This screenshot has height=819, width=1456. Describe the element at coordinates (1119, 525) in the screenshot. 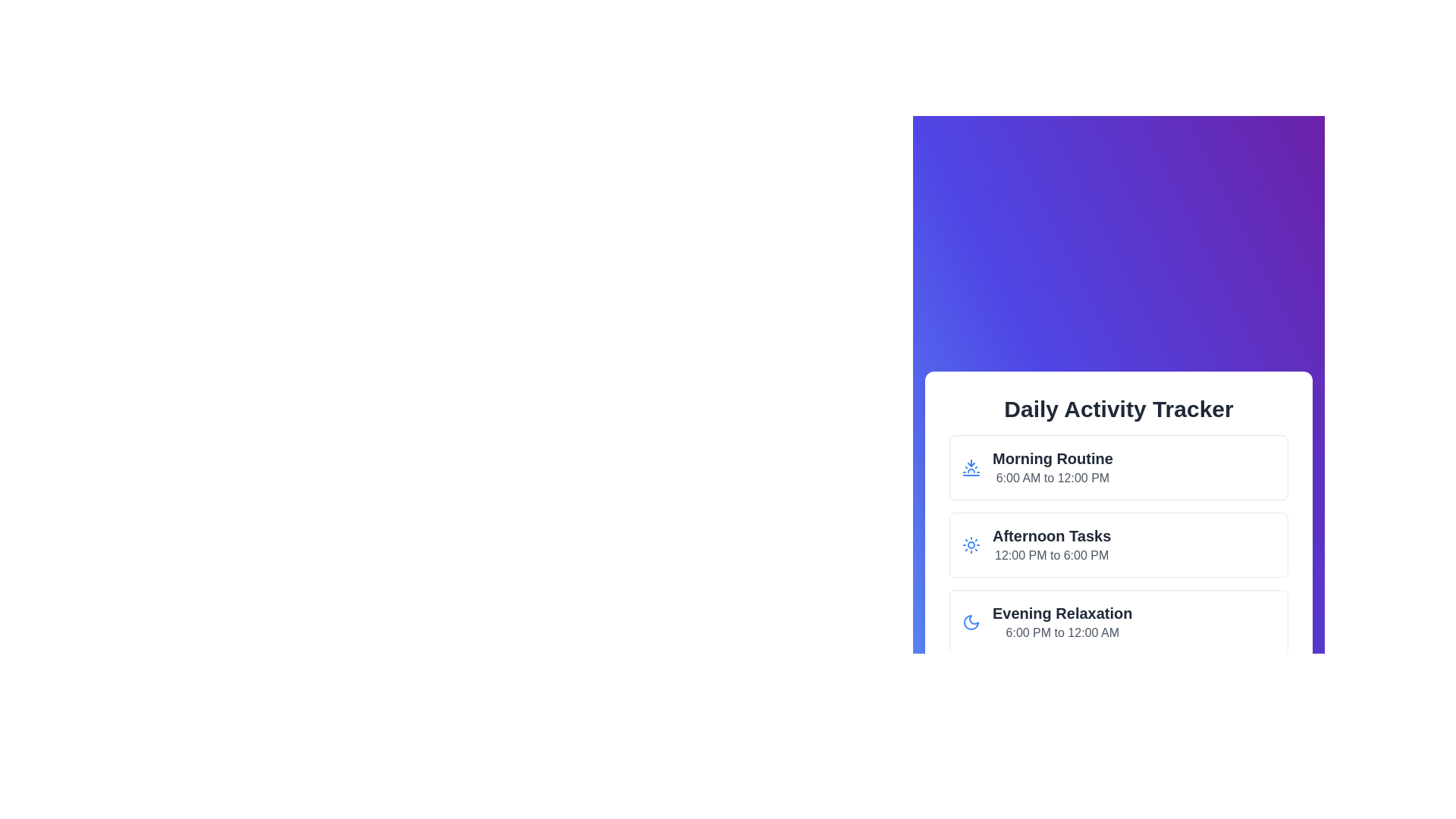

I see `the 'Daily Activity Tracker' element to read the time schedule by clicking on its center point` at that location.